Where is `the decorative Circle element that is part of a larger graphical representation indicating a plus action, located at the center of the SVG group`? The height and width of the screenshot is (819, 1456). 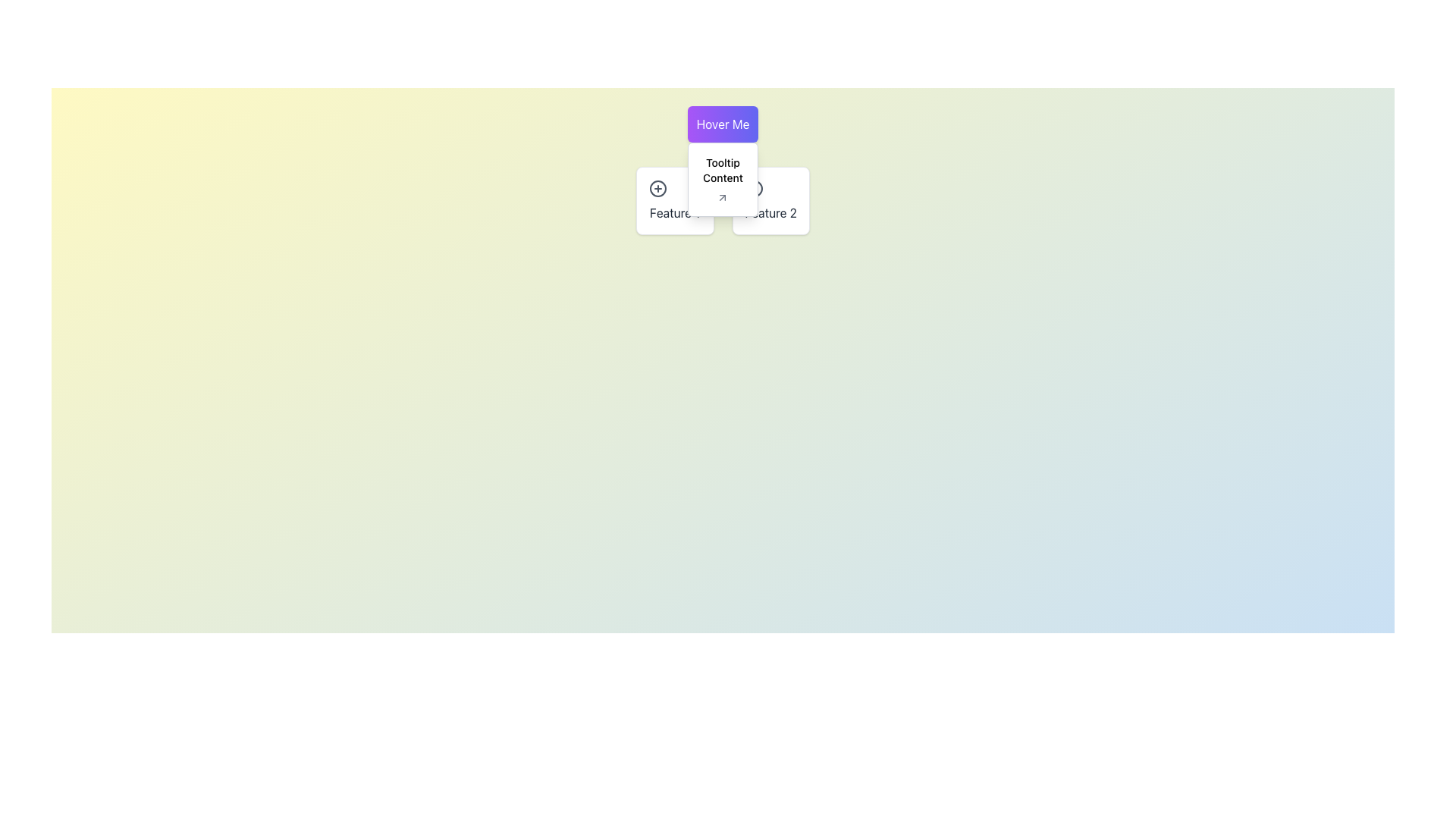 the decorative Circle element that is part of a larger graphical representation indicating a plus action, located at the center of the SVG group is located at coordinates (657, 188).